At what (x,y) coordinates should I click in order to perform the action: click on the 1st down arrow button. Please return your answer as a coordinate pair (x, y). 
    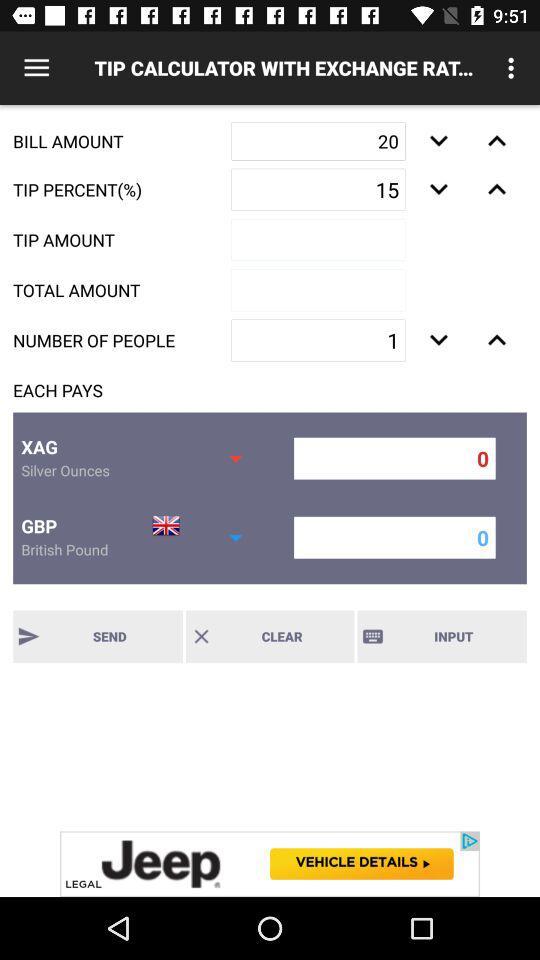
    Looking at the image, I should click on (438, 140).